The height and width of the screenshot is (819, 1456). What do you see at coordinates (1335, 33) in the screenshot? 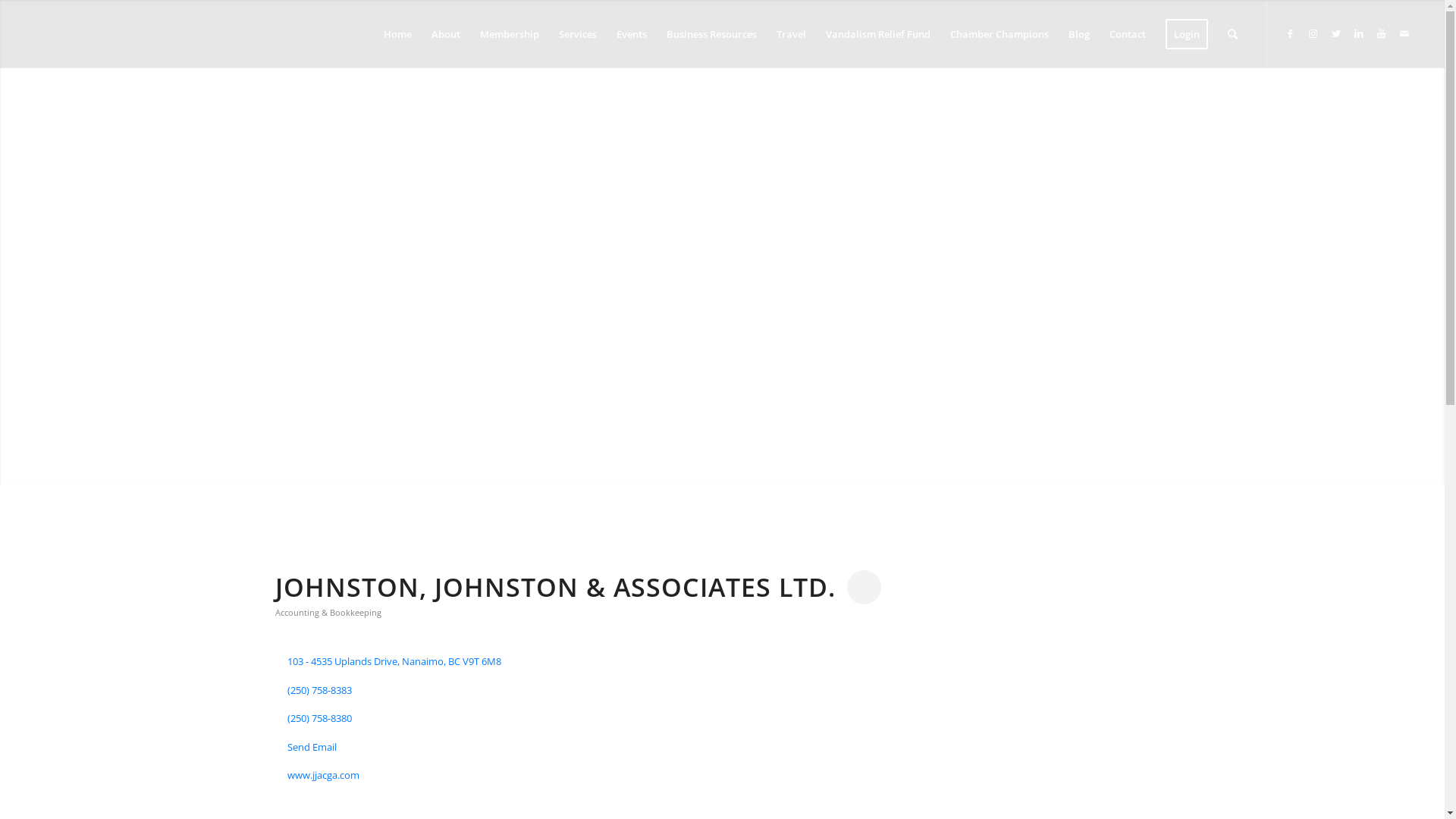
I see `'Twitter'` at bounding box center [1335, 33].